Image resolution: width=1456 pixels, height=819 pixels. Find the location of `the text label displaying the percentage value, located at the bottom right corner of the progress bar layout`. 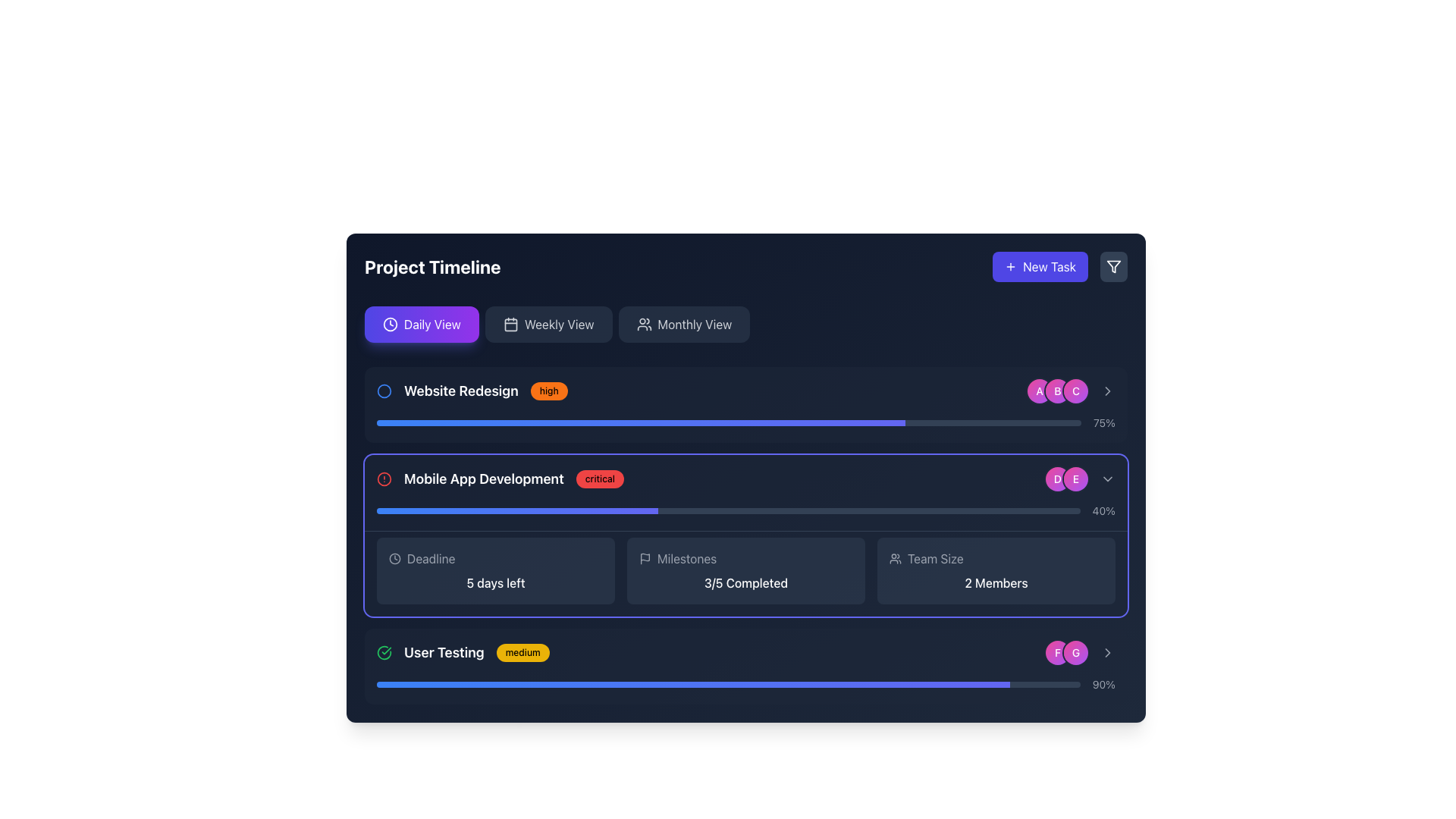

the text label displaying the percentage value, located at the bottom right corner of the progress bar layout is located at coordinates (1103, 684).